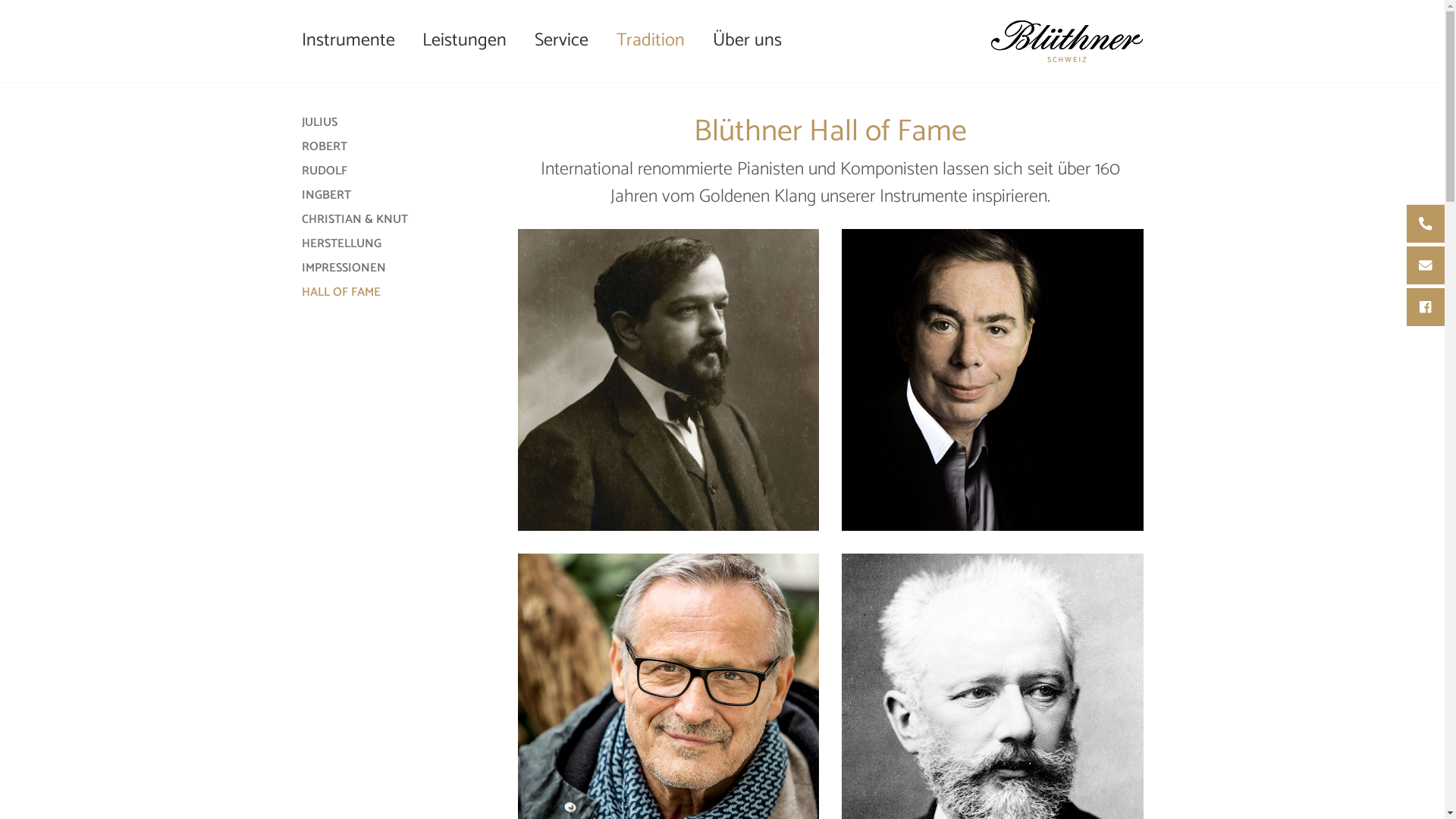 This screenshot has height=819, width=1456. I want to click on 'ROBERT', so click(302, 146).